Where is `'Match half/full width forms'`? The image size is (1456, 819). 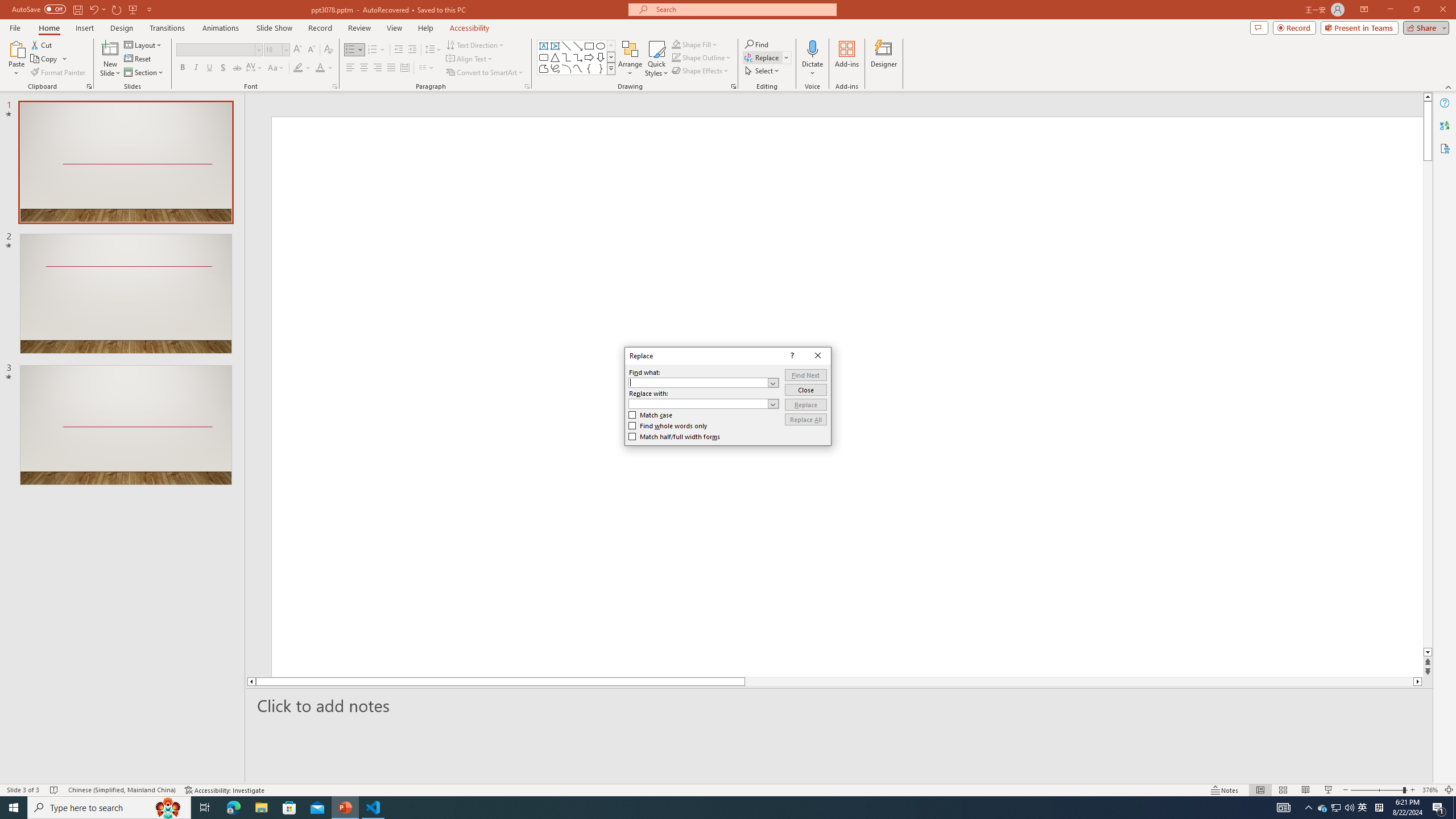
'Match half/full width forms' is located at coordinates (675, 436).